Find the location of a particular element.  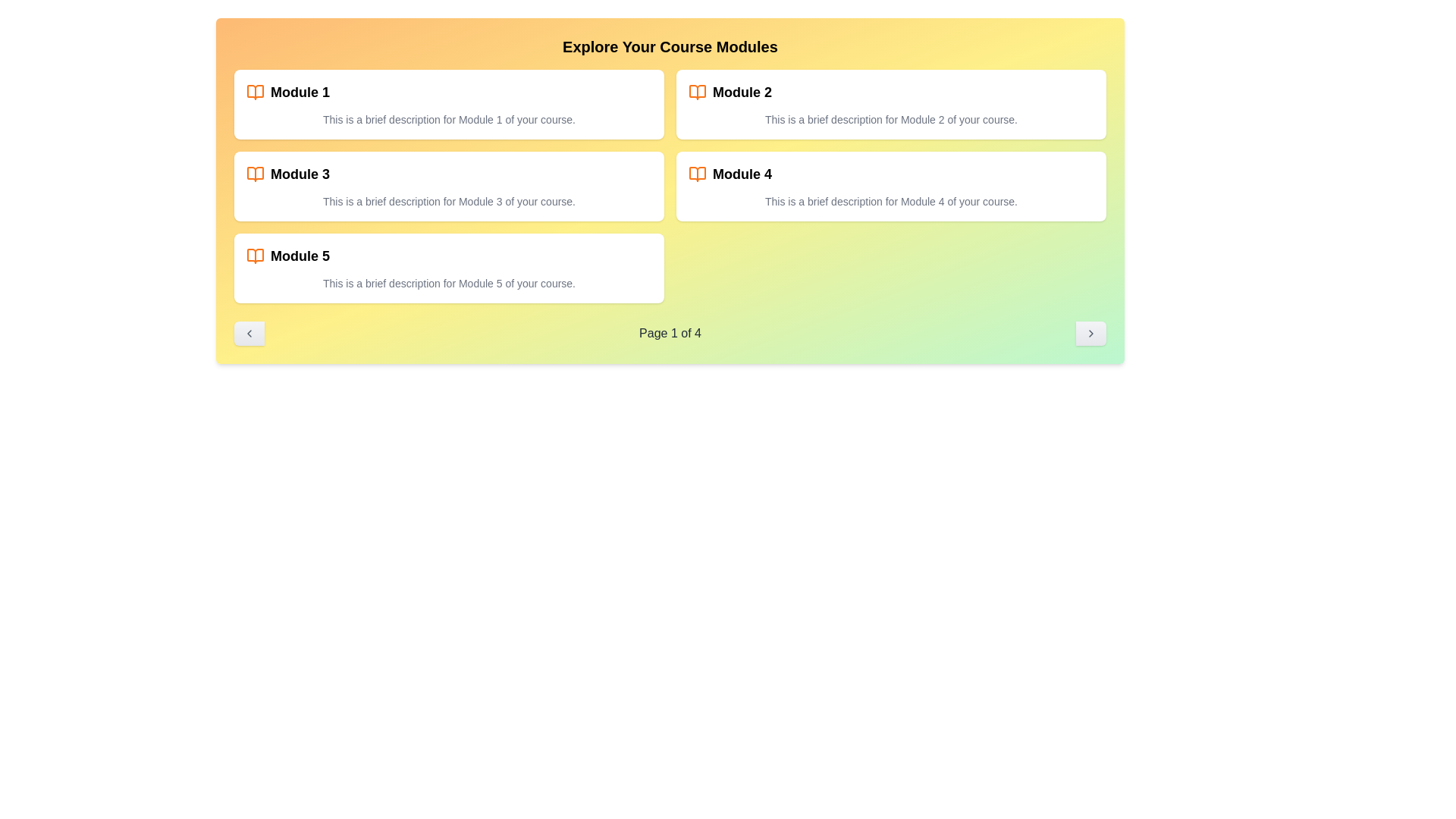

displayed text in the Text Label that contains 'This is a brief description for Module 3 of your course.', which is located inside the 'Module 3' card, beneath the title is located at coordinates (448, 201).